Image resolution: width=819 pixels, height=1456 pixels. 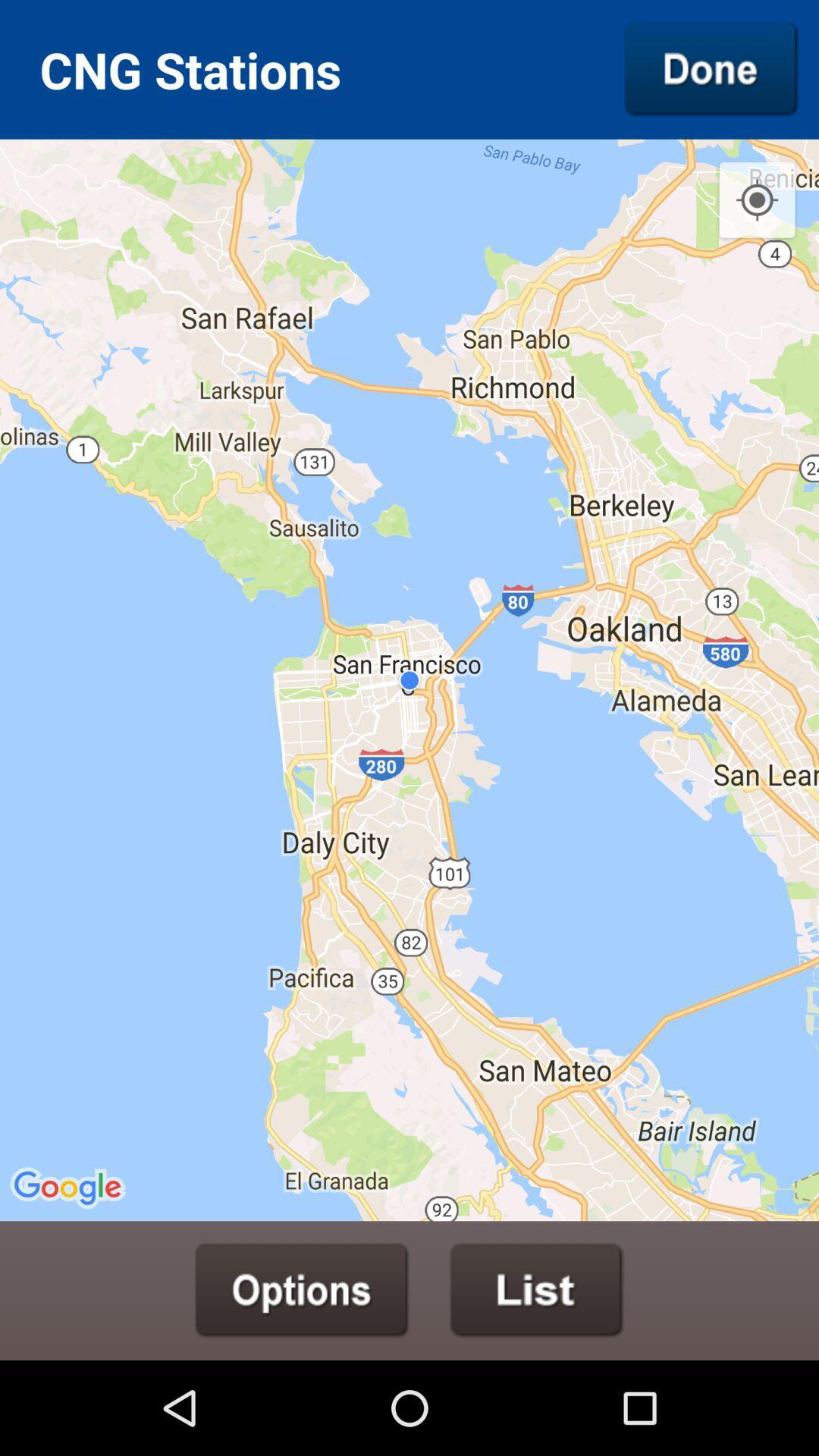 I want to click on options, so click(x=302, y=1289).